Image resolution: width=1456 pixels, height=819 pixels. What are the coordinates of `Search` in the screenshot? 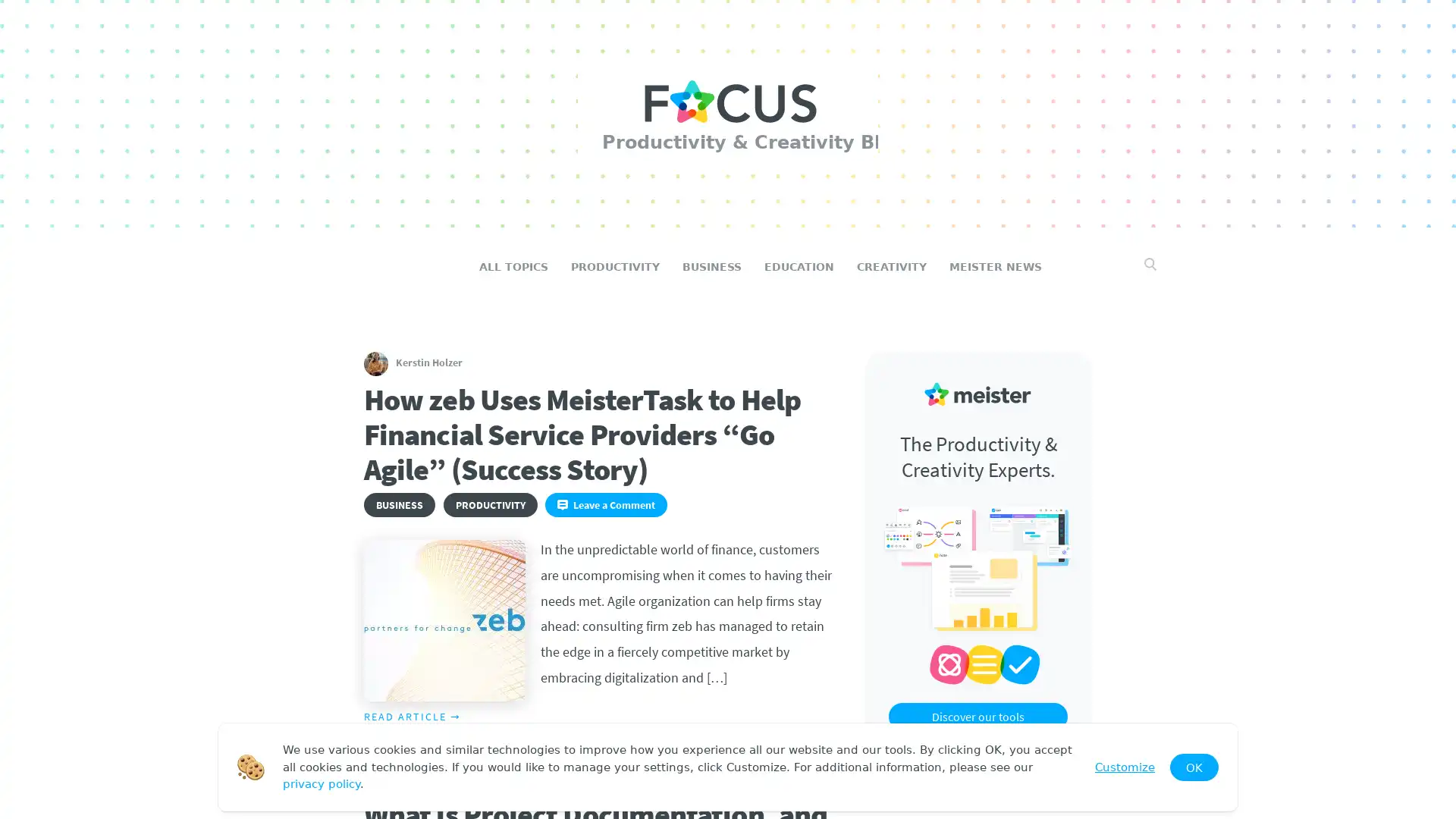 It's located at (1139, 265).